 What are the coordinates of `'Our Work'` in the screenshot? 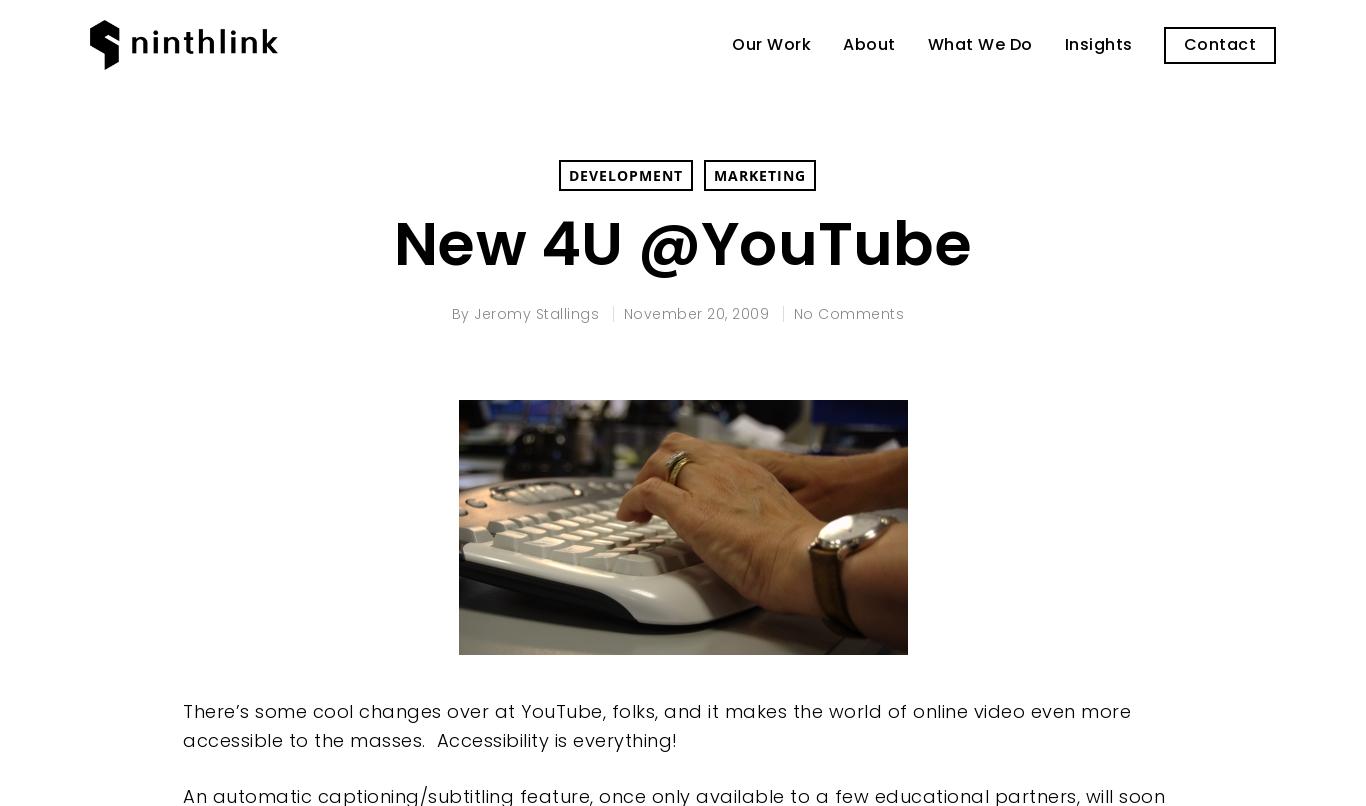 It's located at (771, 43).